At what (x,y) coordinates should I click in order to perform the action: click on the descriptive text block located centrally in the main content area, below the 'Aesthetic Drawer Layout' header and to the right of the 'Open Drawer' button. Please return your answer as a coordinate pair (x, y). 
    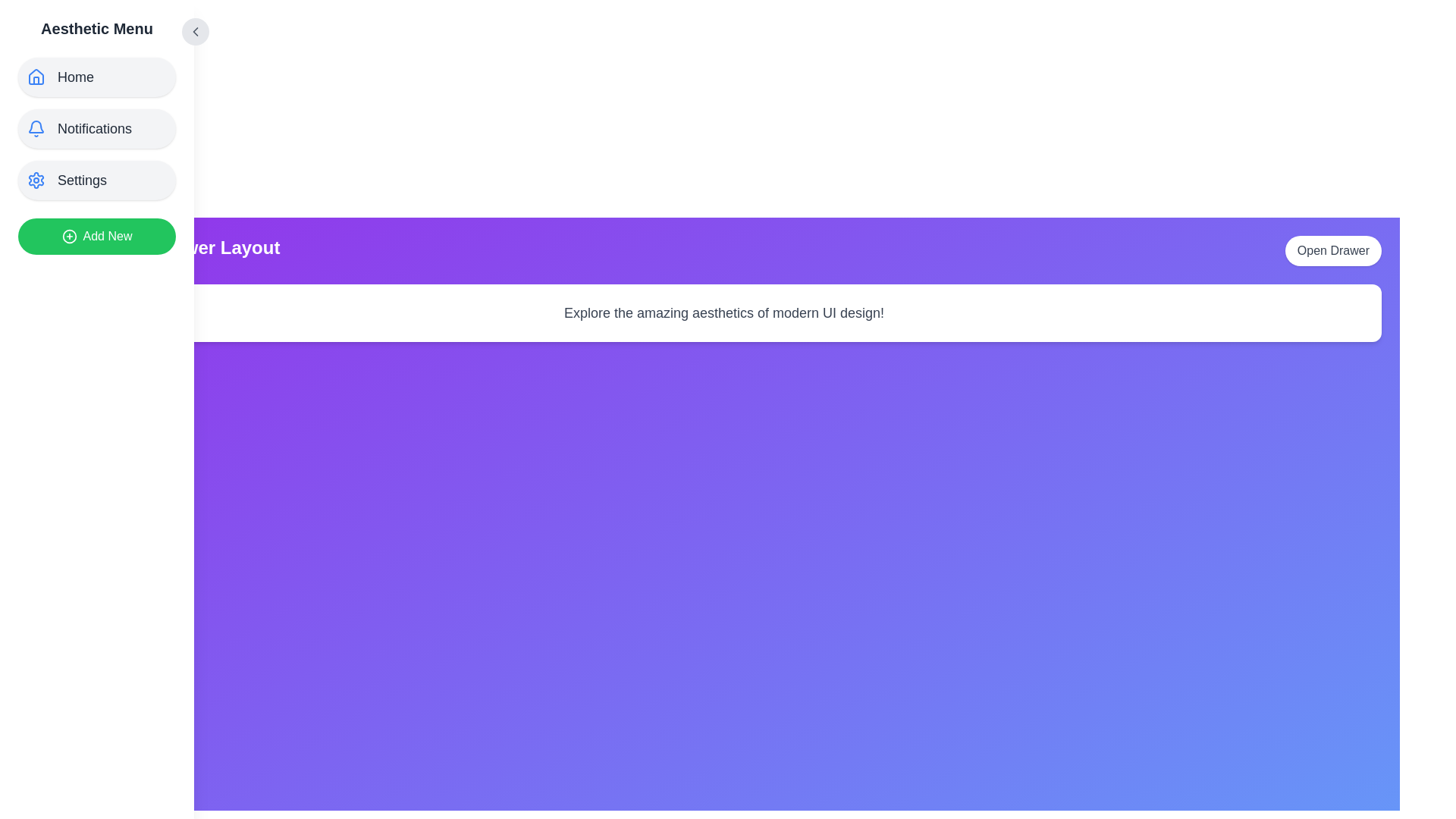
    Looking at the image, I should click on (723, 312).